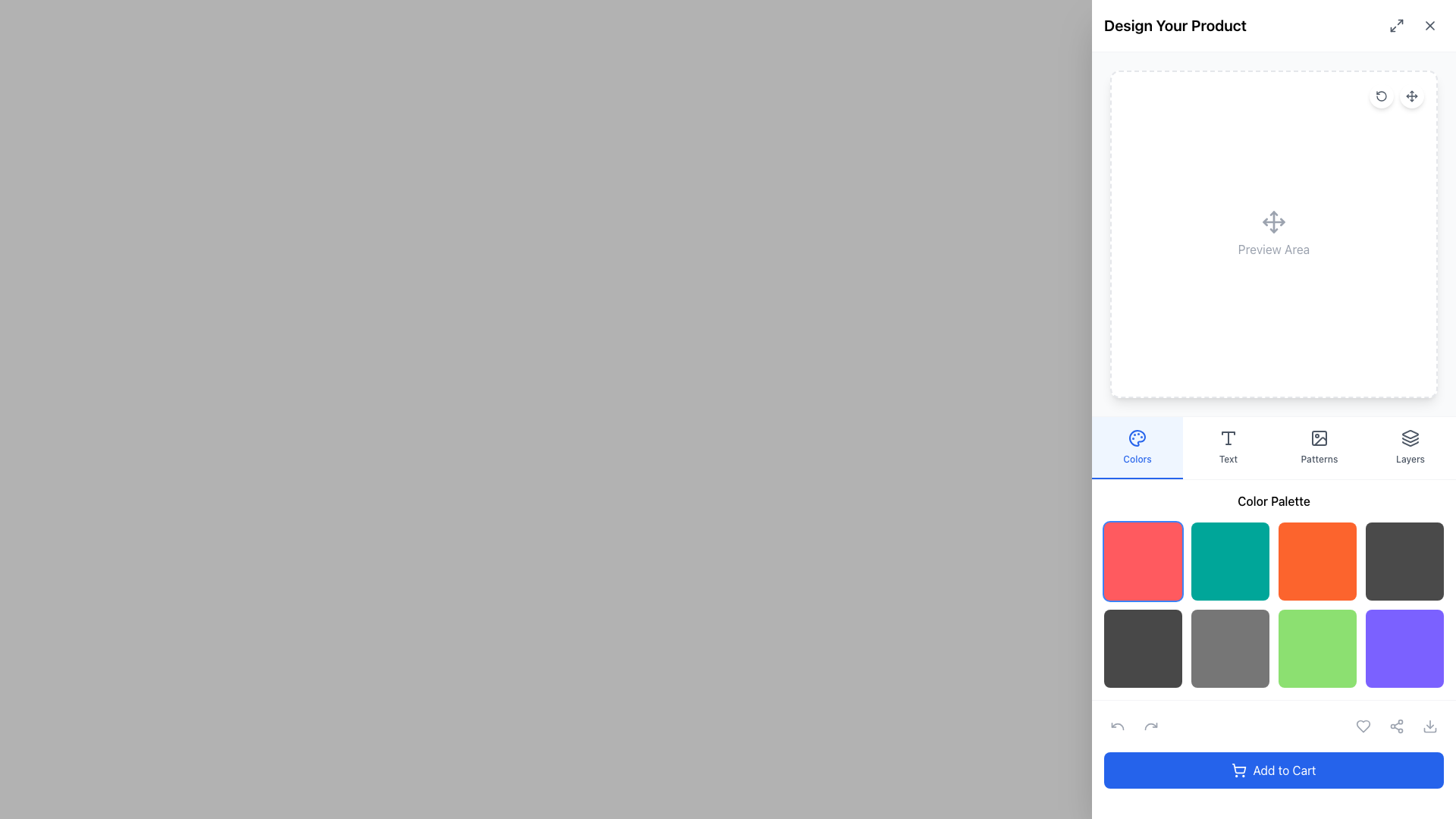 The width and height of the screenshot is (1456, 819). Describe the element at coordinates (1230, 561) in the screenshot. I see `the Color selection button with a teal background located in the second column of the first row within the 'Color Palette' section` at that location.